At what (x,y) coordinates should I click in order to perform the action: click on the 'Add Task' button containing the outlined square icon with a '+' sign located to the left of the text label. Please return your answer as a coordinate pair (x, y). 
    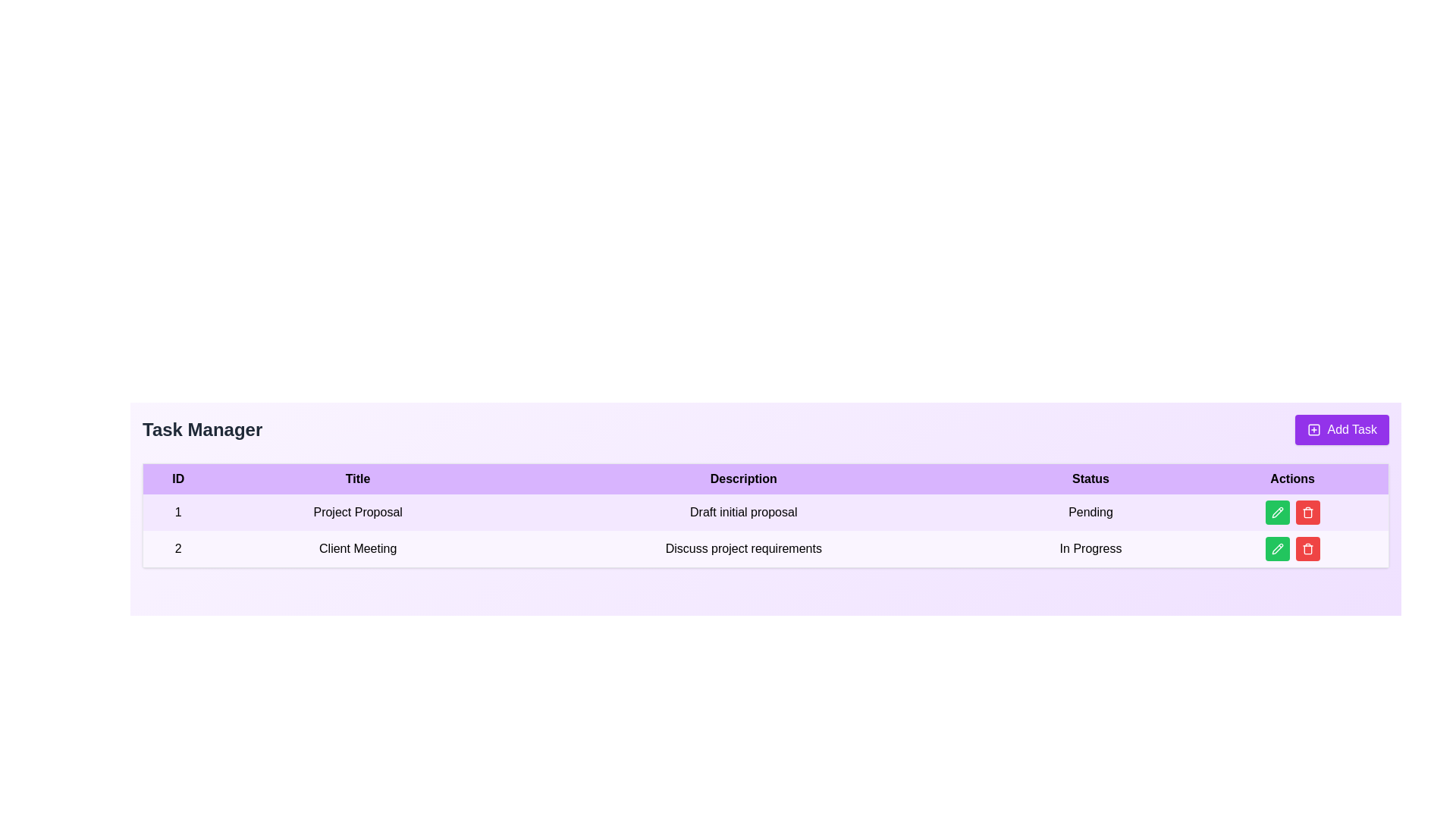
    Looking at the image, I should click on (1313, 430).